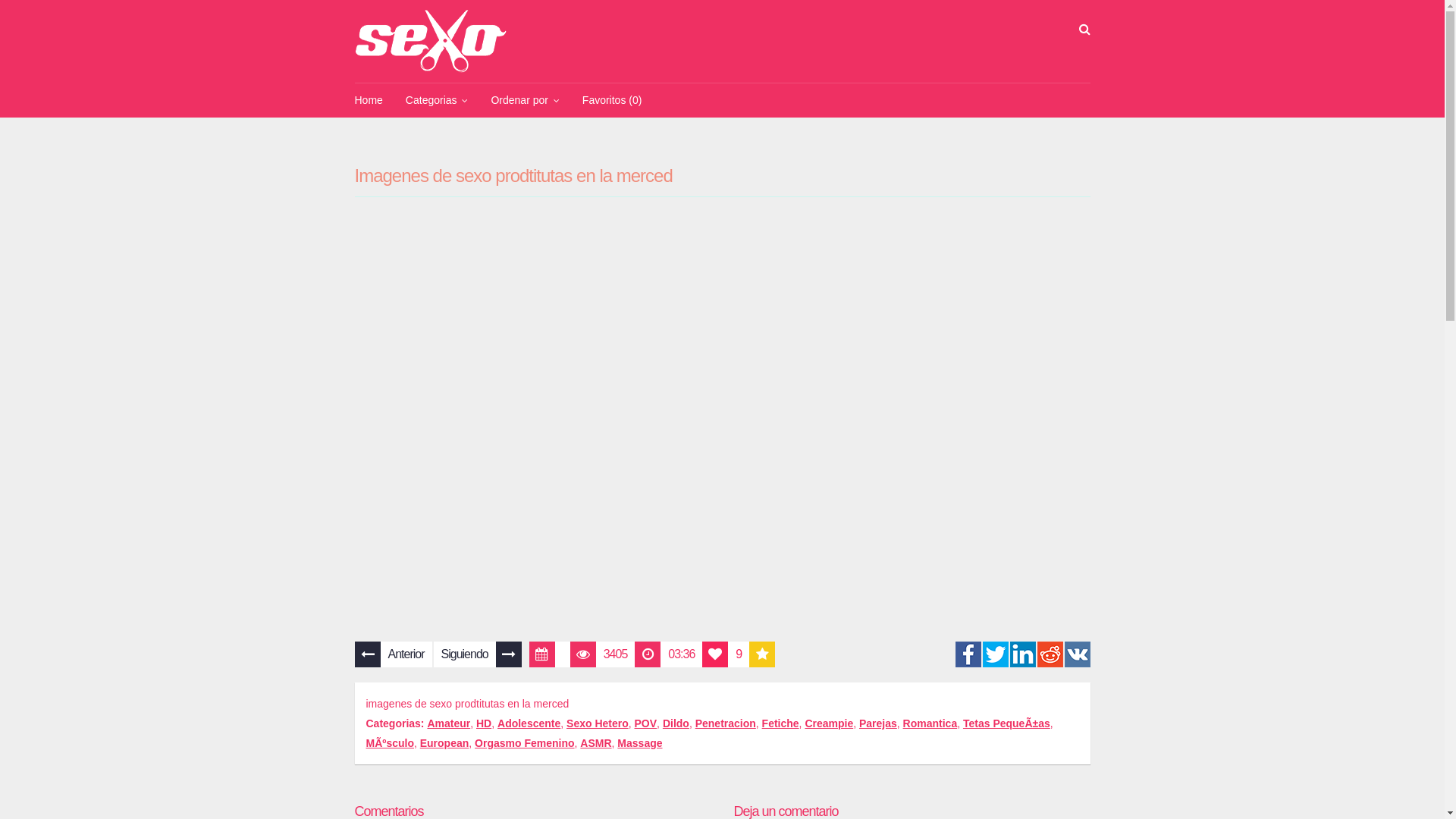  Describe the element at coordinates (645, 722) in the screenshot. I see `'POV'` at that location.